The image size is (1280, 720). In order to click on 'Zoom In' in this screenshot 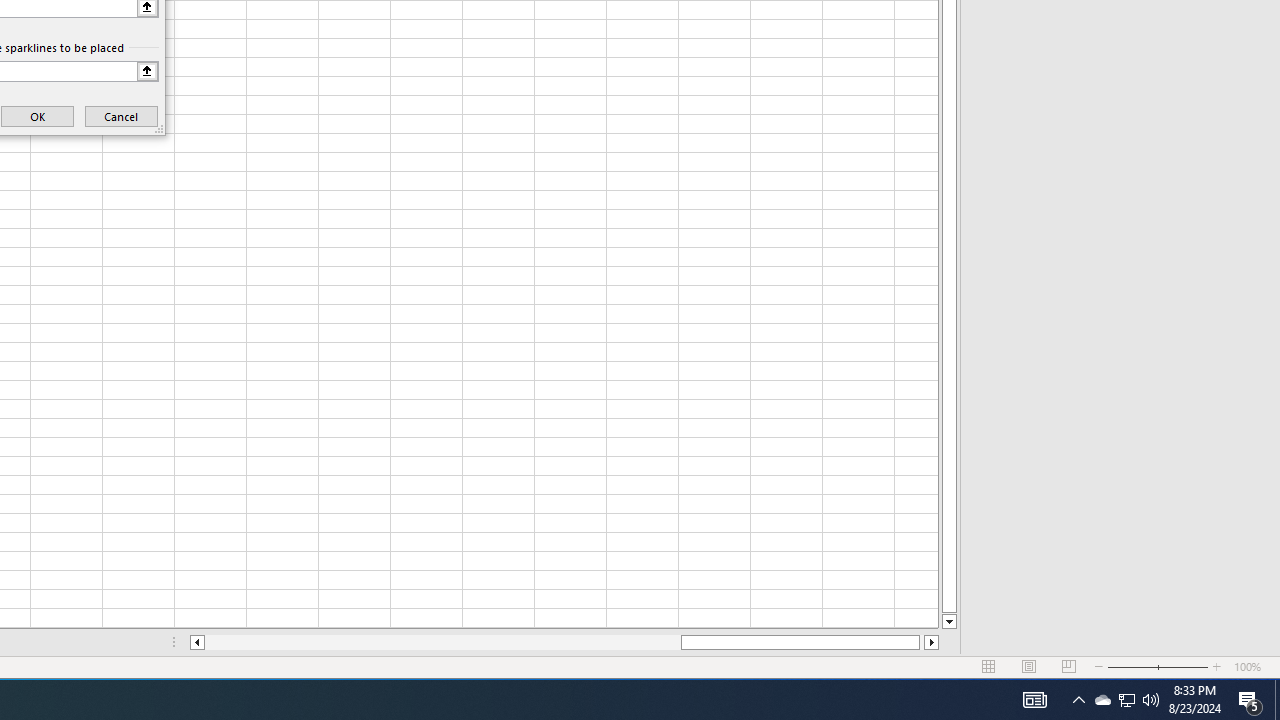, I will do `click(1216, 667)`.